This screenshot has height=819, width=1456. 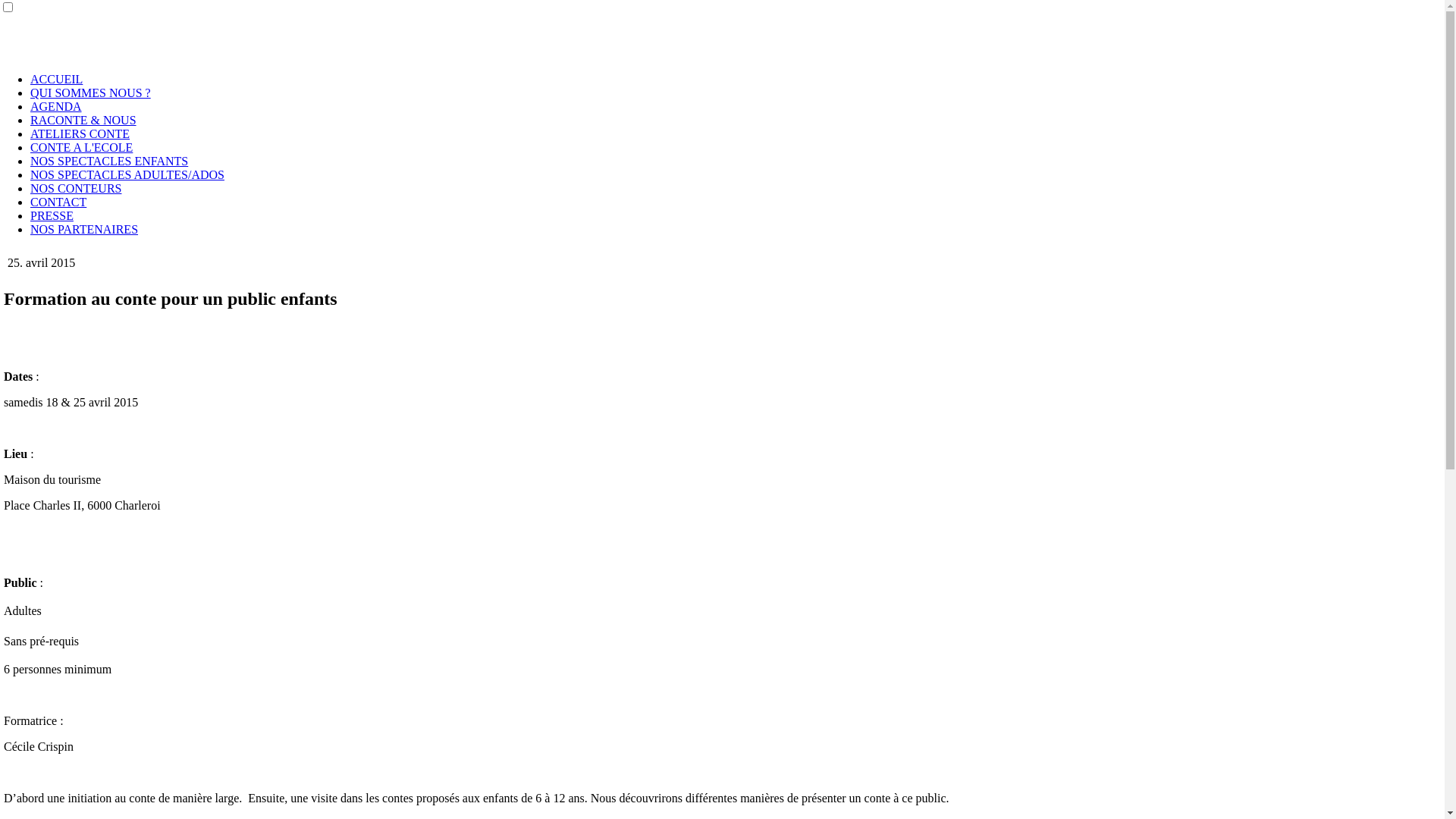 What do you see at coordinates (30, 119) in the screenshot?
I see `'RACONTE & NOUS'` at bounding box center [30, 119].